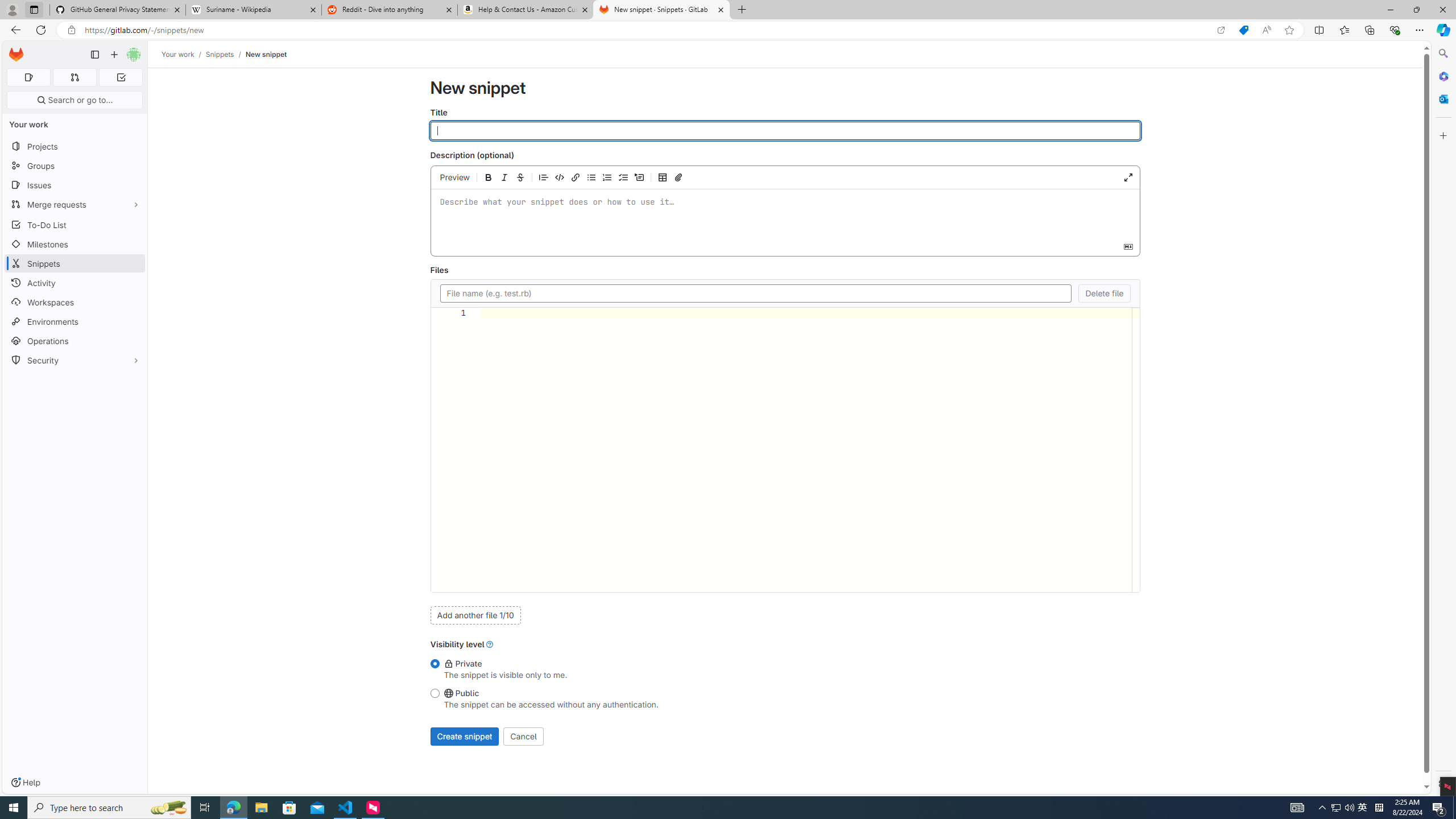  What do you see at coordinates (1105, 292) in the screenshot?
I see `'Delete file'` at bounding box center [1105, 292].